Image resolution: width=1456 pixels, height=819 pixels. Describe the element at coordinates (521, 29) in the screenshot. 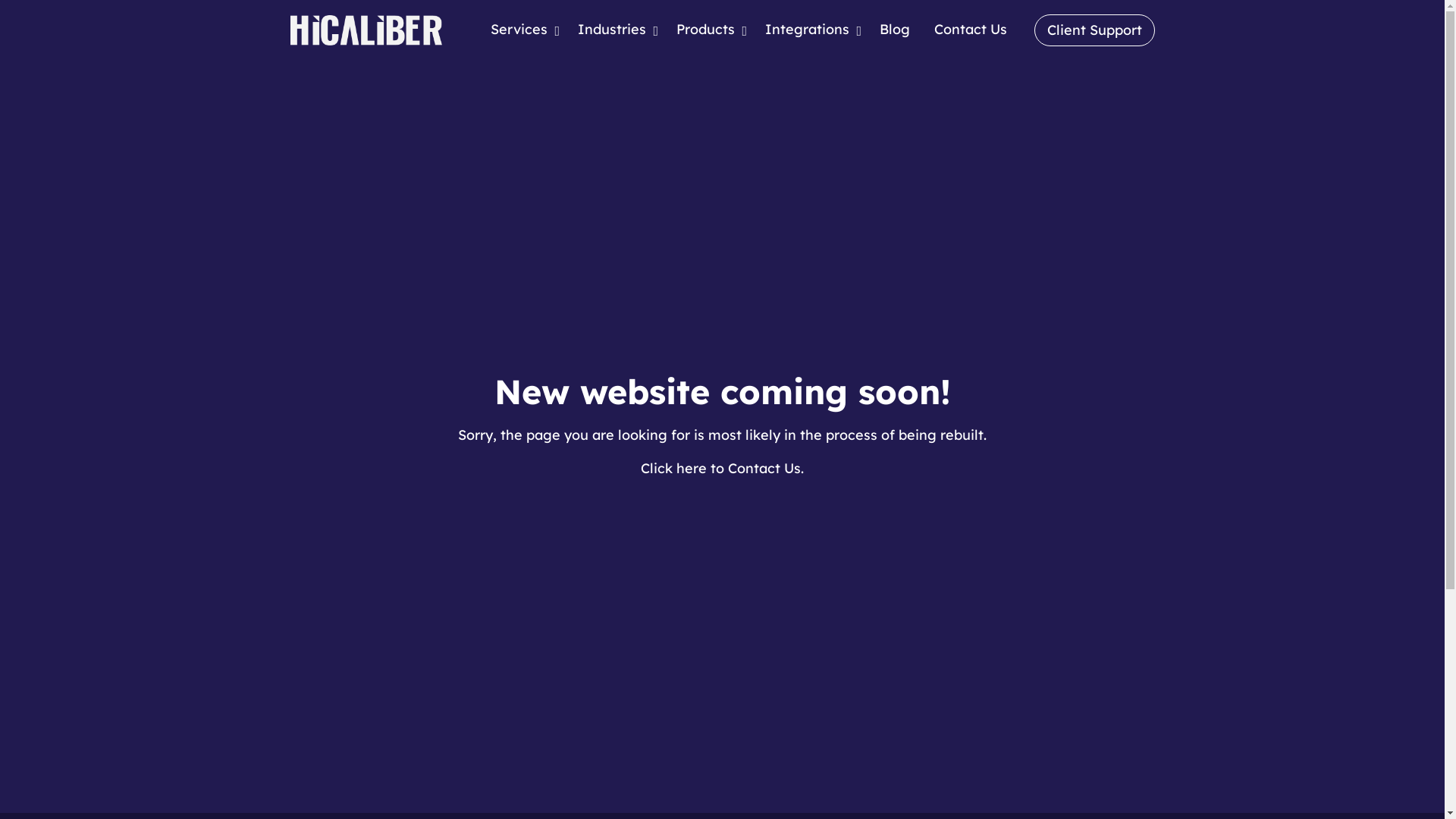

I see `'Services'` at that location.